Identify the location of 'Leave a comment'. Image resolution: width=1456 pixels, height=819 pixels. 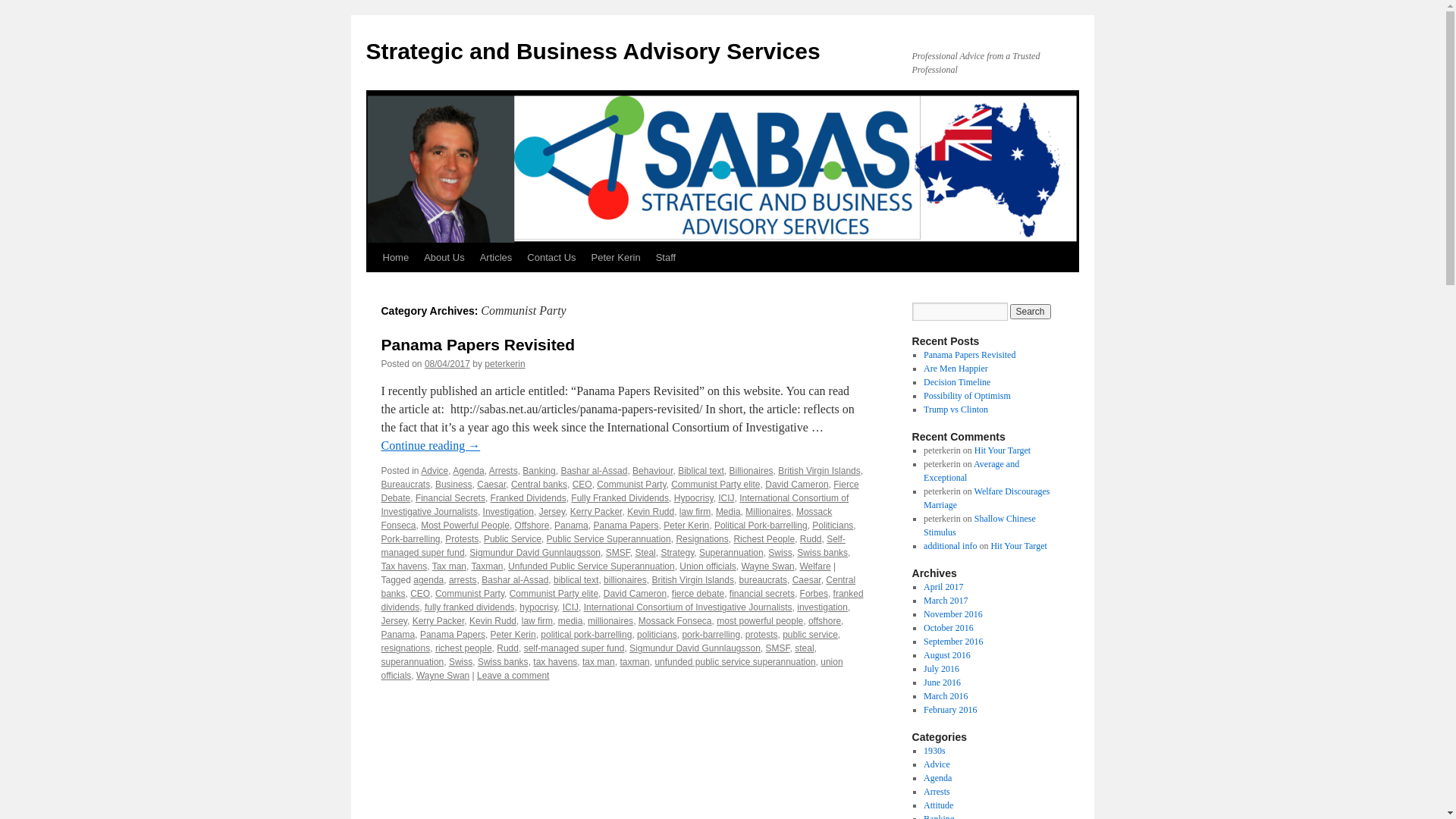
(513, 675).